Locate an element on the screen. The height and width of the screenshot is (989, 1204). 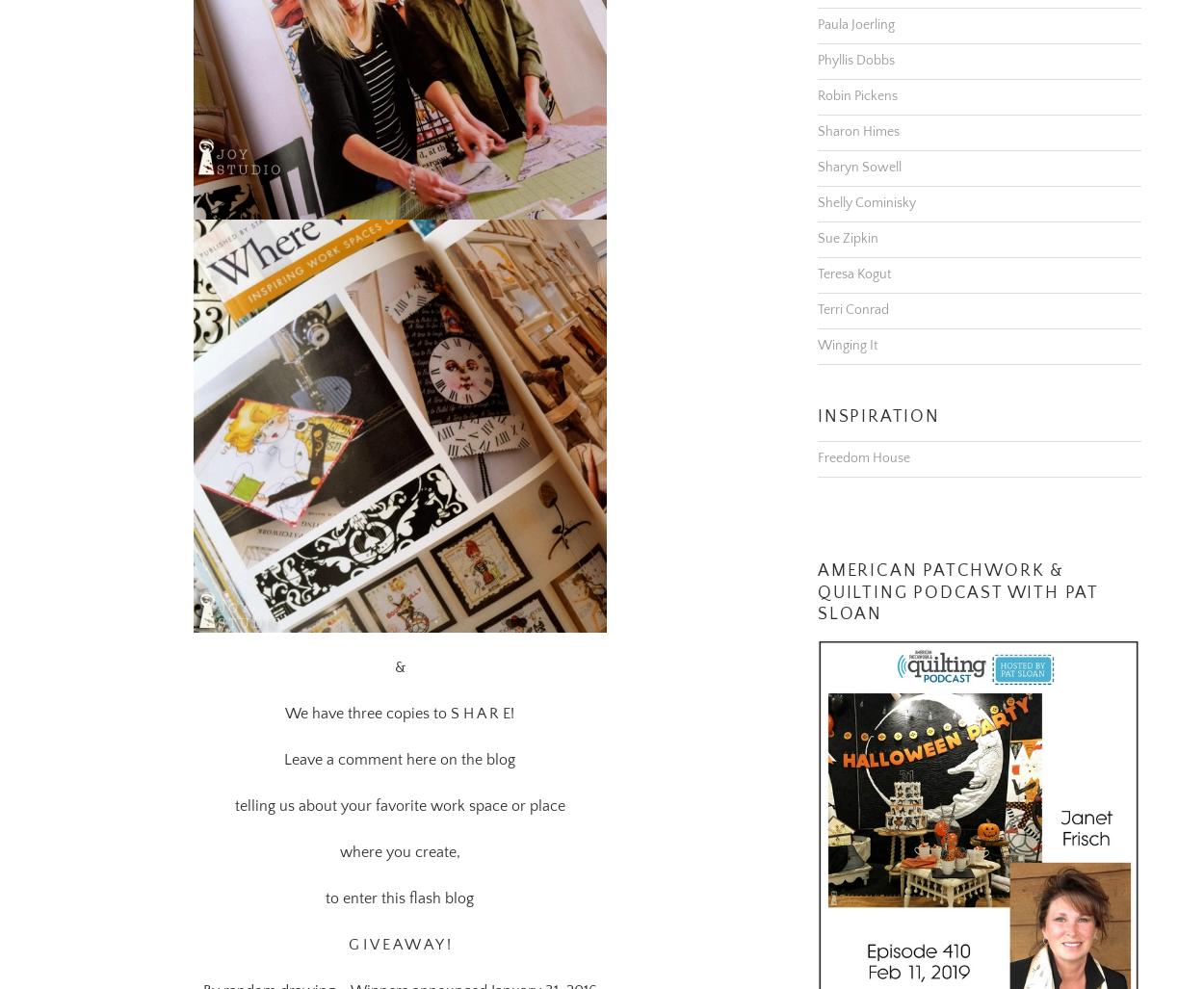
'Terri Conrad' is located at coordinates (817, 285).